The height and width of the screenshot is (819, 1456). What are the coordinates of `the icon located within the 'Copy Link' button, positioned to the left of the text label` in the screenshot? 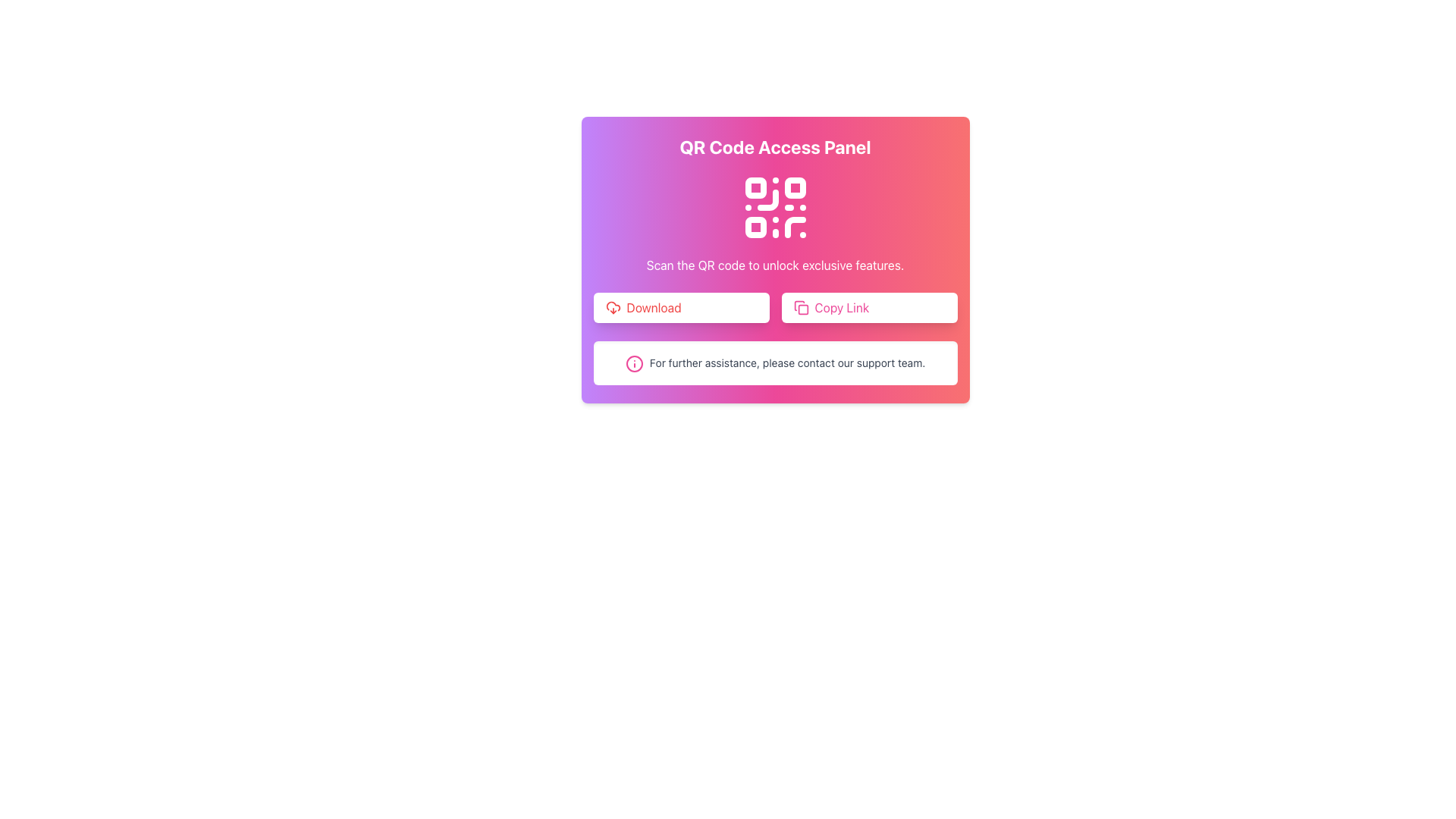 It's located at (800, 307).